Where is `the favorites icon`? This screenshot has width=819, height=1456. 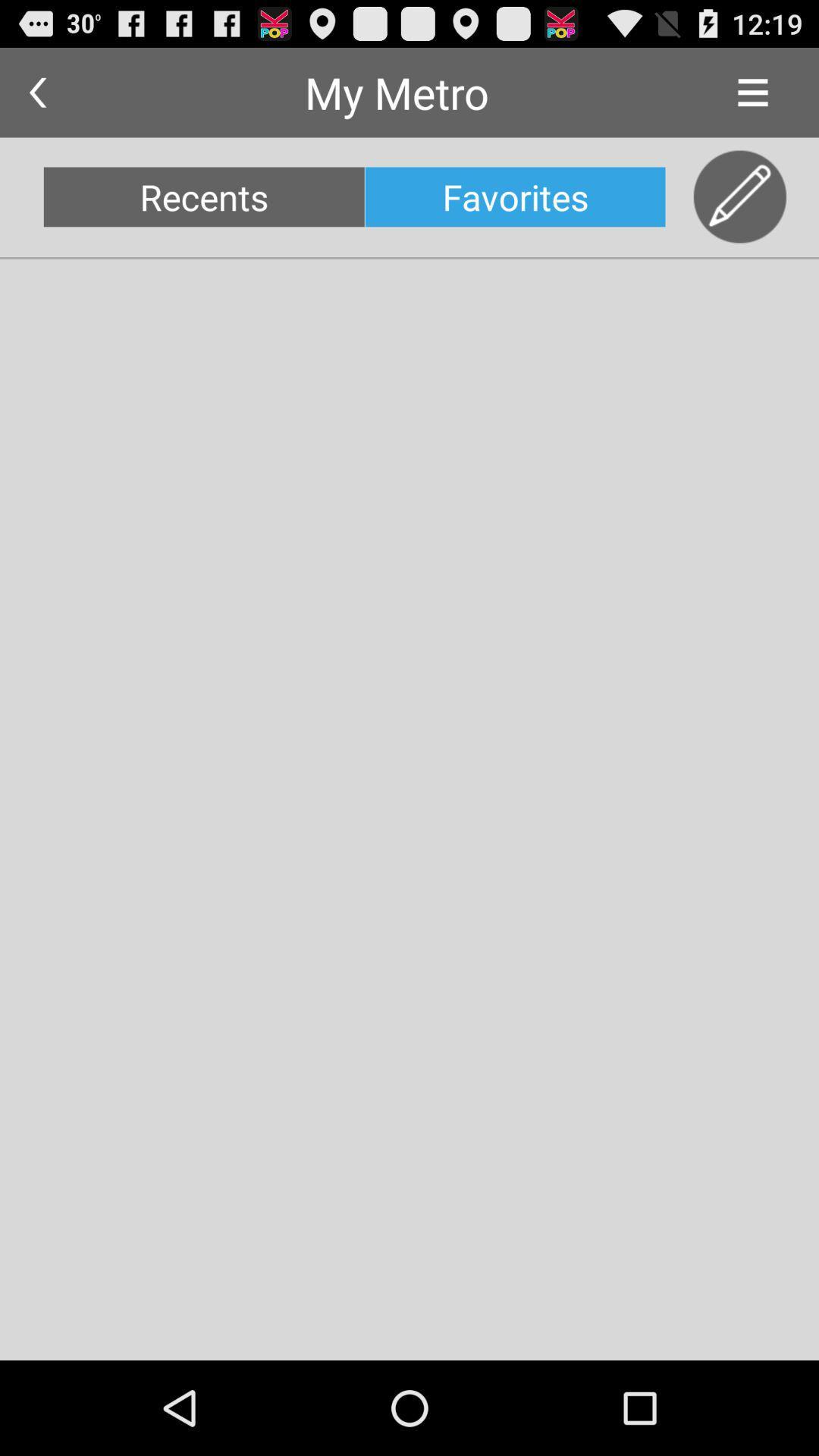 the favorites icon is located at coordinates (514, 196).